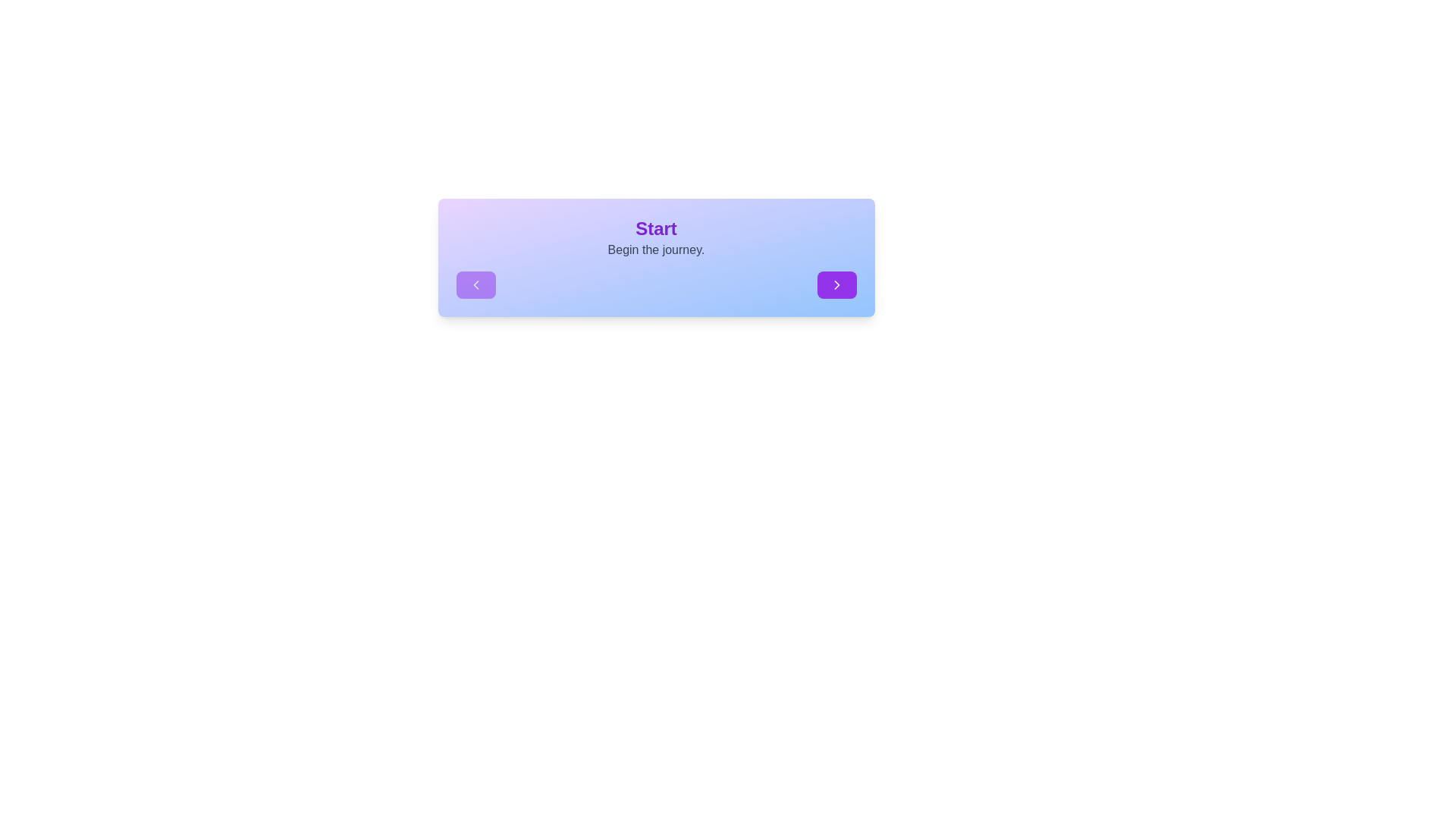  What do you see at coordinates (475, 284) in the screenshot?
I see `the navigation button to move to the previous step` at bounding box center [475, 284].